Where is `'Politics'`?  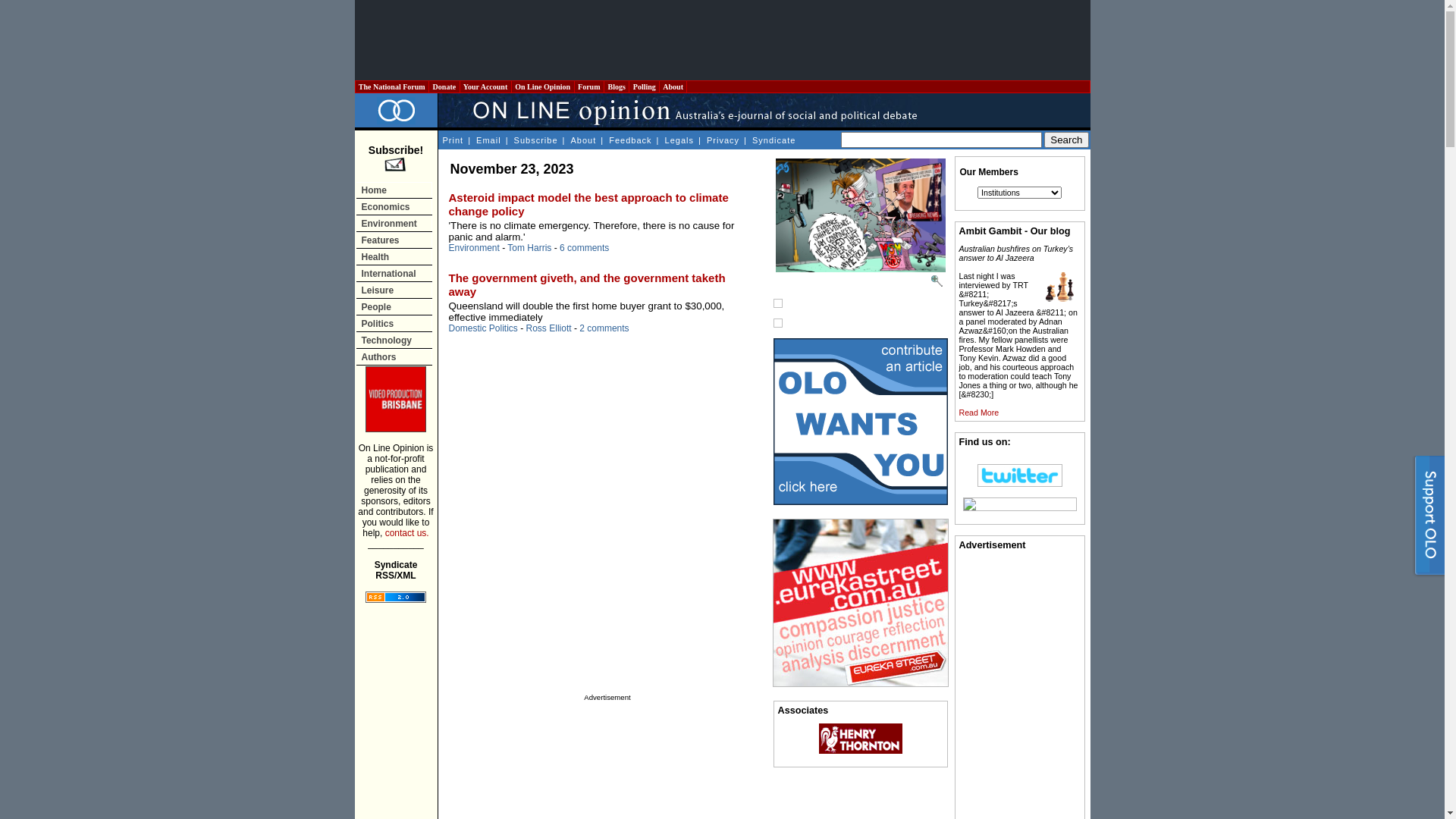 'Politics' is located at coordinates (394, 322).